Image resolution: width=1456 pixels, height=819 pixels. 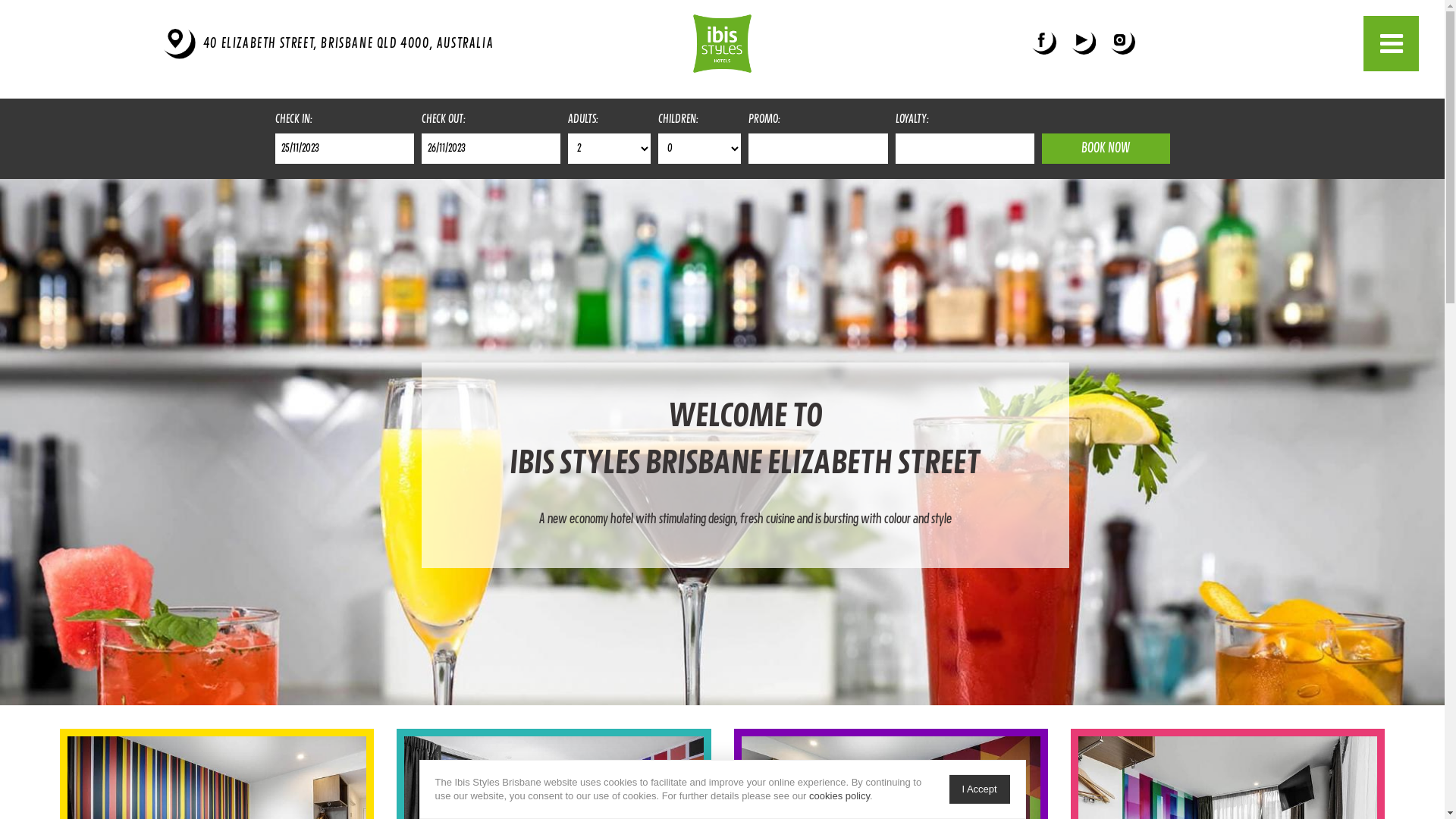 What do you see at coordinates (839, 795) in the screenshot?
I see `'cookies policy'` at bounding box center [839, 795].